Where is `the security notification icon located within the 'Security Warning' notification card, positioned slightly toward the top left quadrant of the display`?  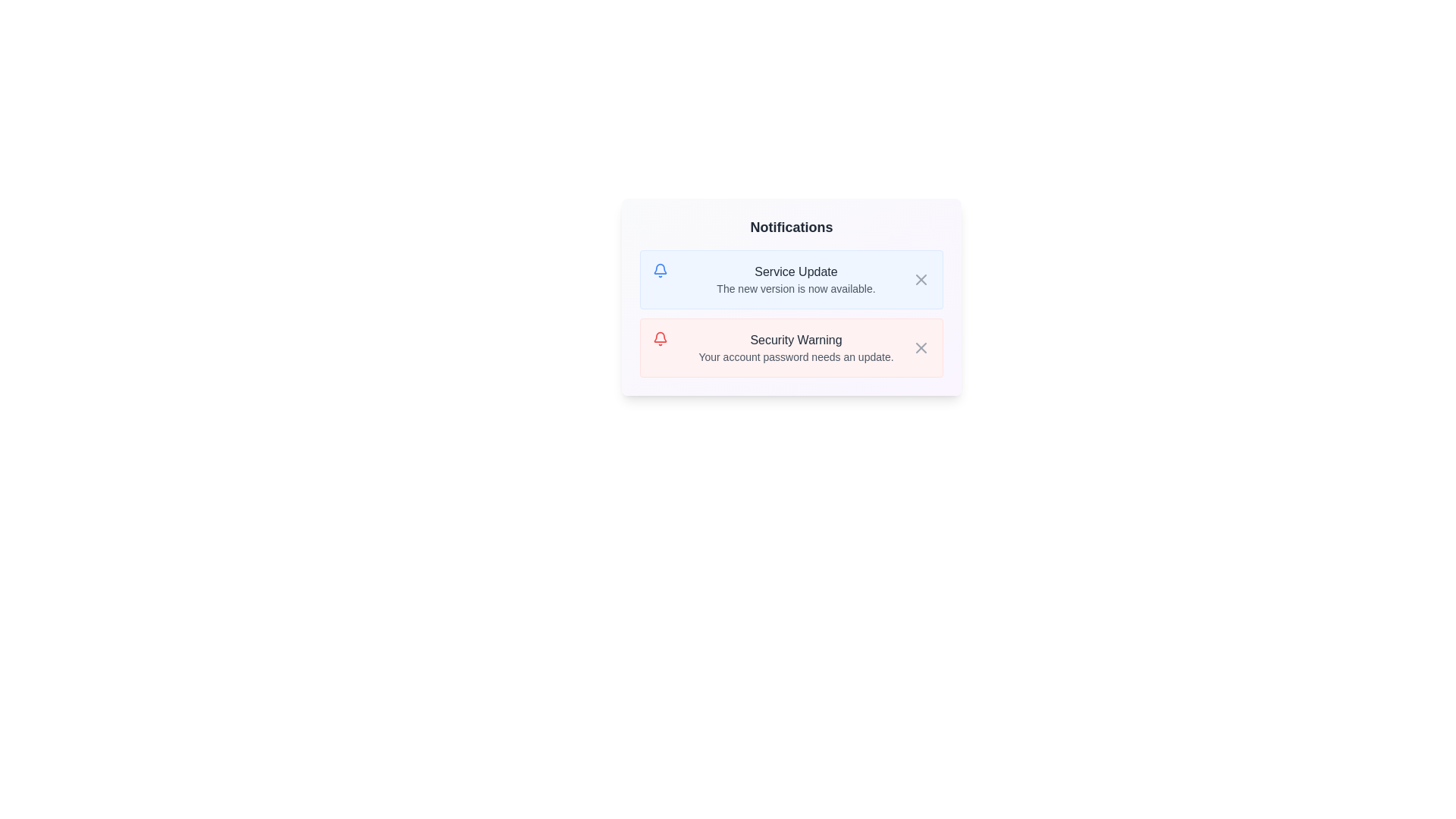
the security notification icon located within the 'Security Warning' notification card, positioned slightly toward the top left quadrant of the display is located at coordinates (660, 338).